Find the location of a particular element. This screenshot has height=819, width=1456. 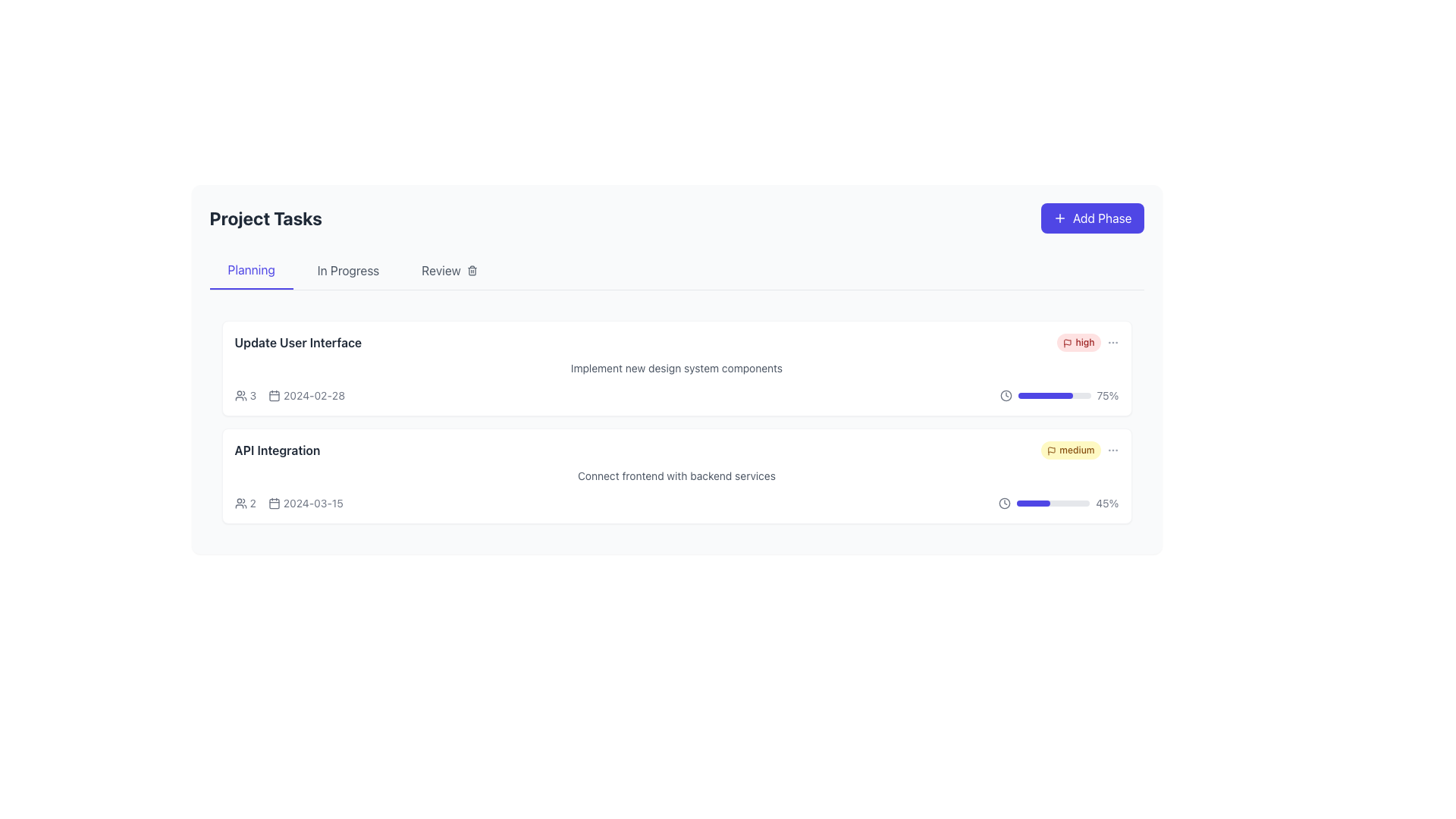

the icon located within the 'medium' label badge to the right of the 'API Integration' task row, positioned above the progress bar and below the task name is located at coordinates (1051, 450).